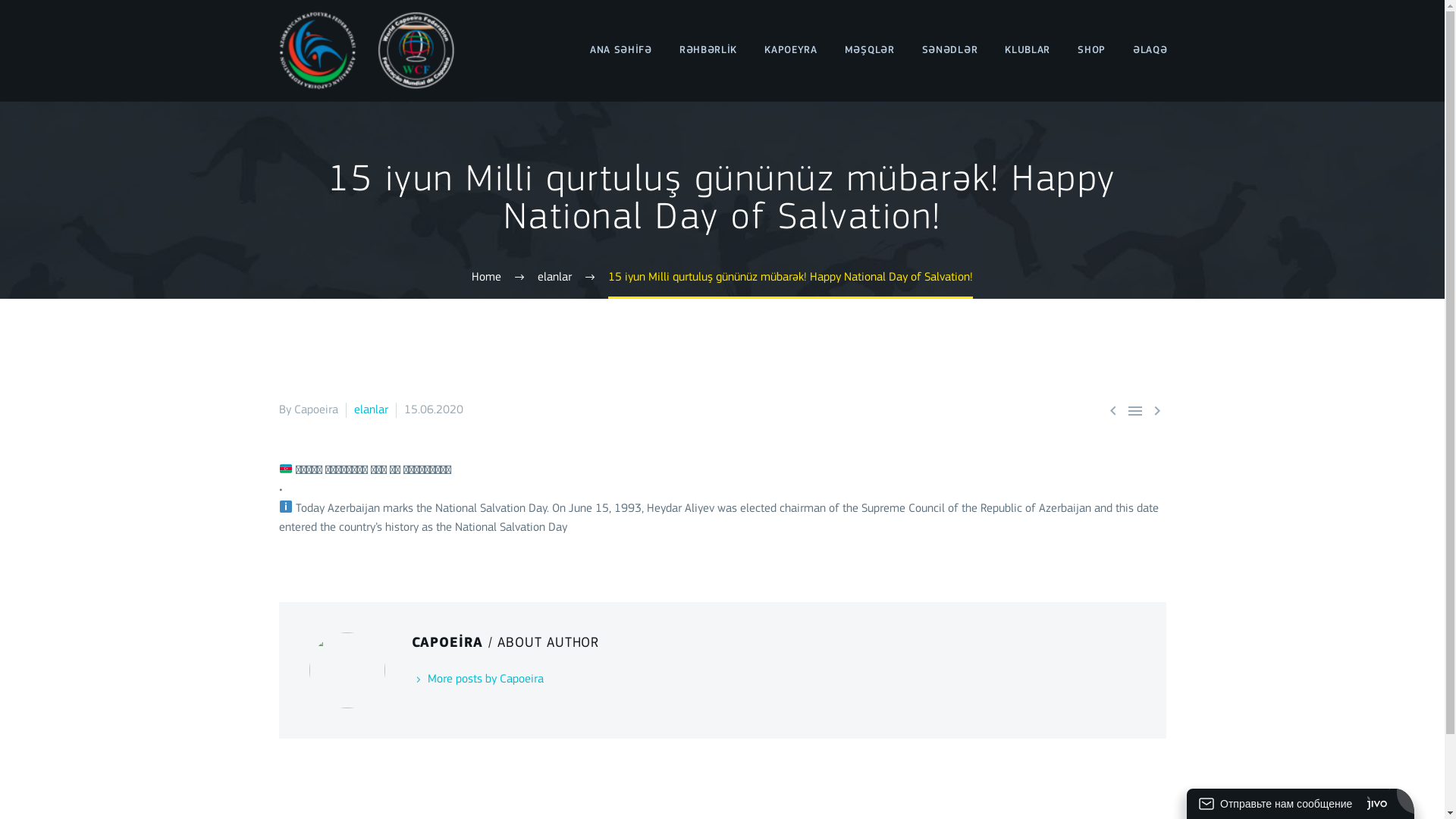 Image resolution: width=1456 pixels, height=819 pixels. Describe the element at coordinates (486, 278) in the screenshot. I see `'Home'` at that location.